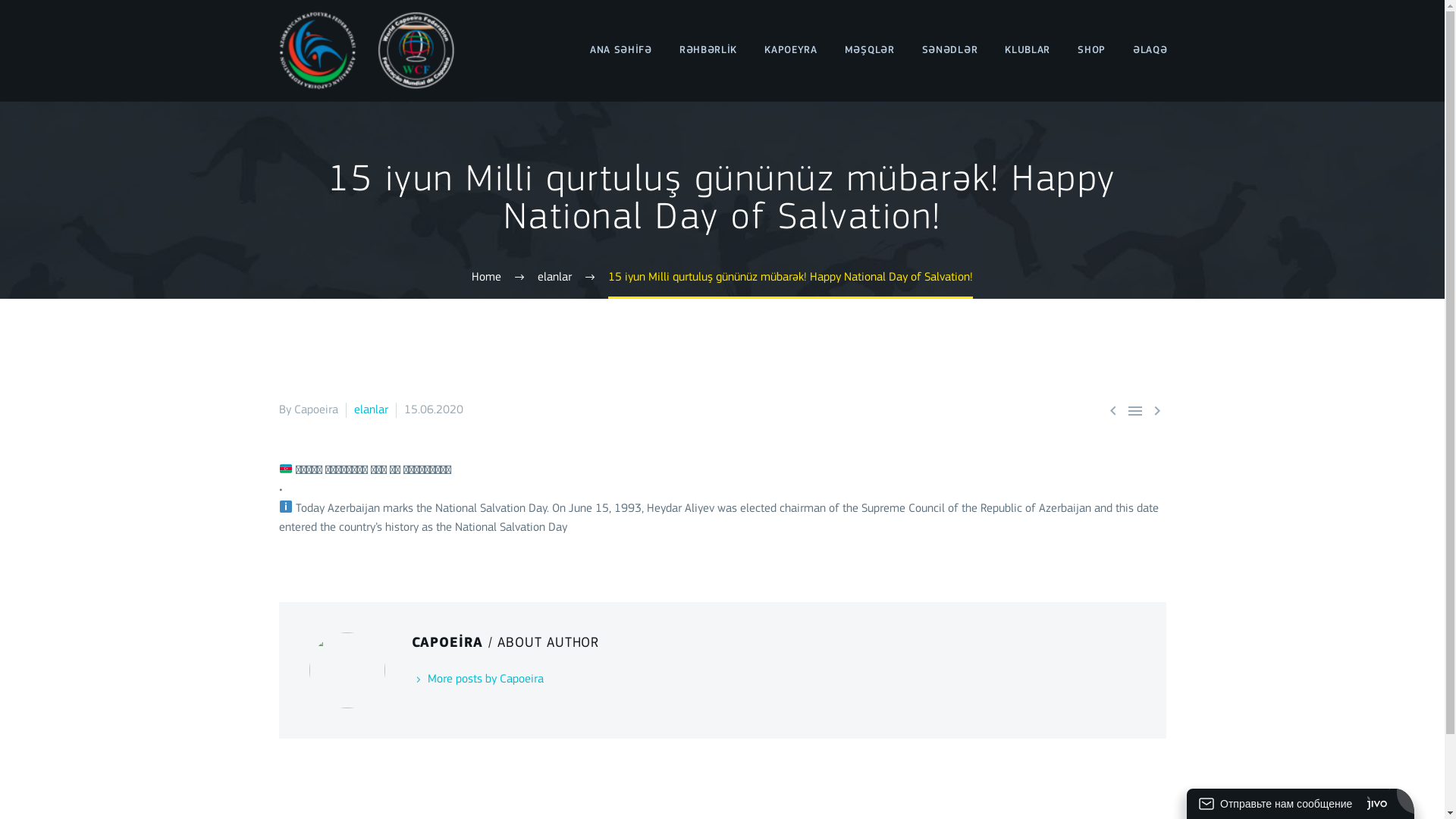 Image resolution: width=1456 pixels, height=819 pixels. Describe the element at coordinates (486, 278) in the screenshot. I see `'Home'` at that location.